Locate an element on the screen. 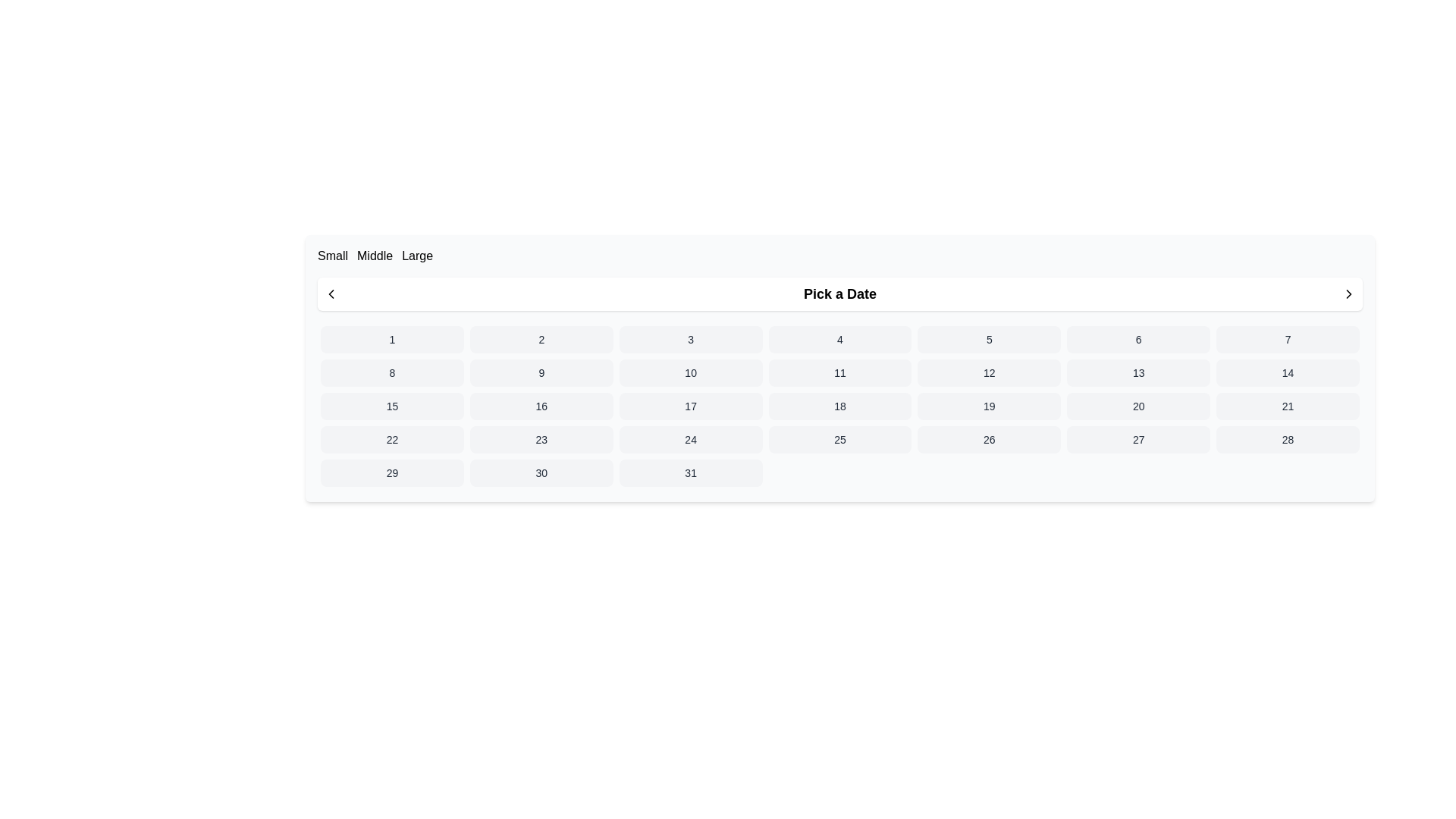  the button representing the number '7' in the calendar or picker interface is located at coordinates (1287, 338).